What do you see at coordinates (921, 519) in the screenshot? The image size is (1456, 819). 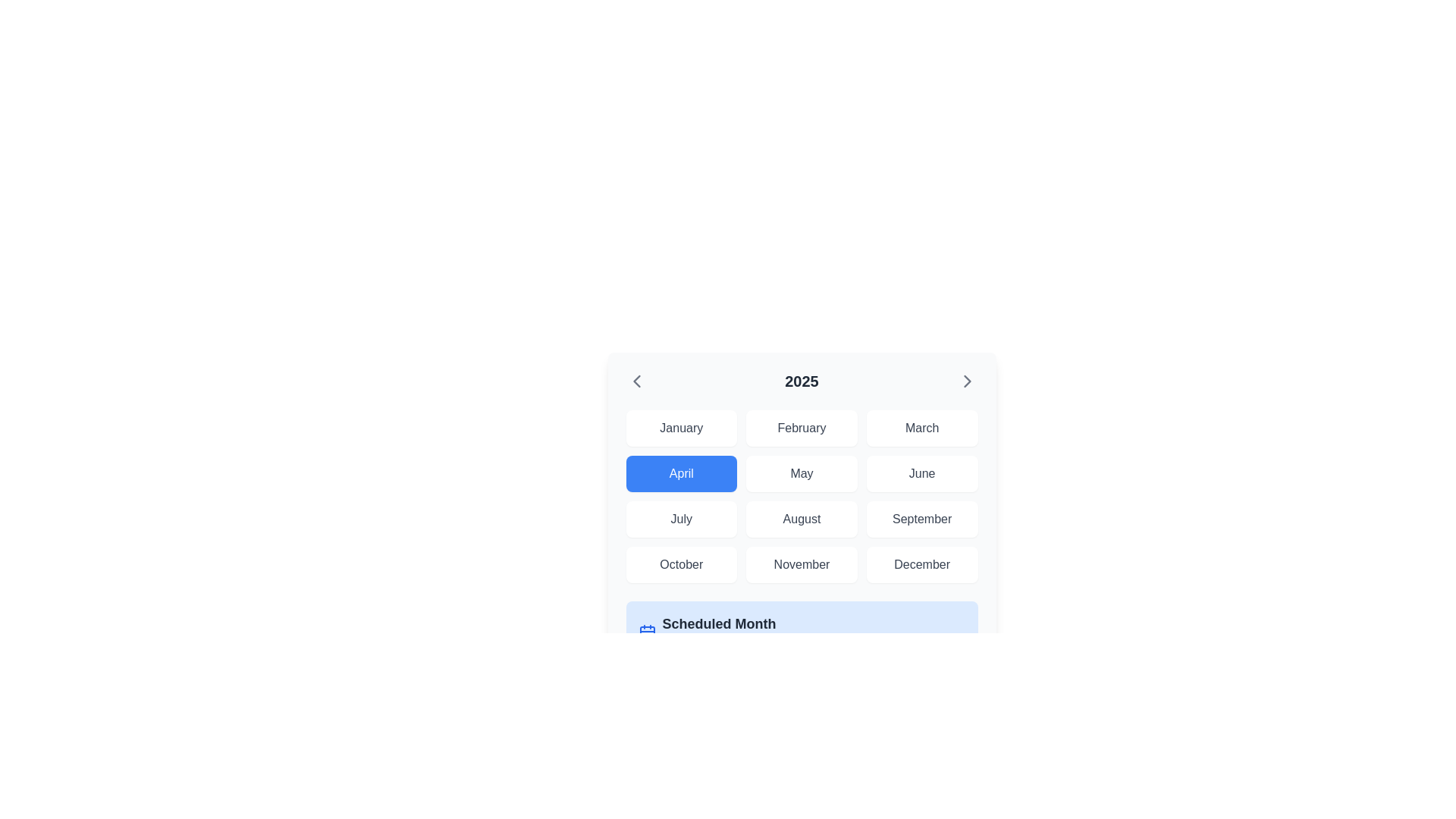 I see `the button representing the month of September in the calendar grid layout` at bounding box center [921, 519].